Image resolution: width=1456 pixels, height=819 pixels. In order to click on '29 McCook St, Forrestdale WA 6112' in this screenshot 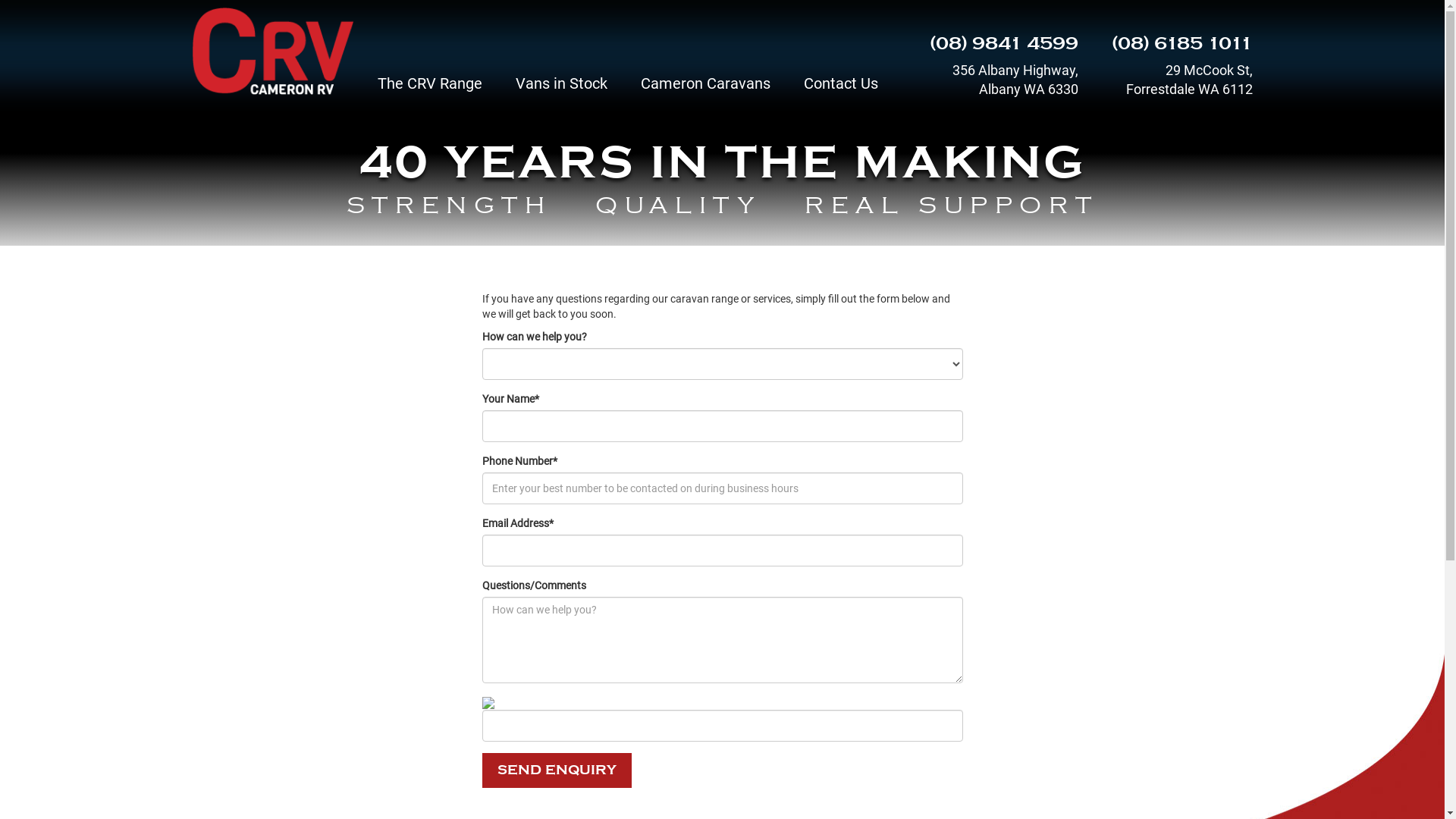, I will do `click(1175, 79)`.